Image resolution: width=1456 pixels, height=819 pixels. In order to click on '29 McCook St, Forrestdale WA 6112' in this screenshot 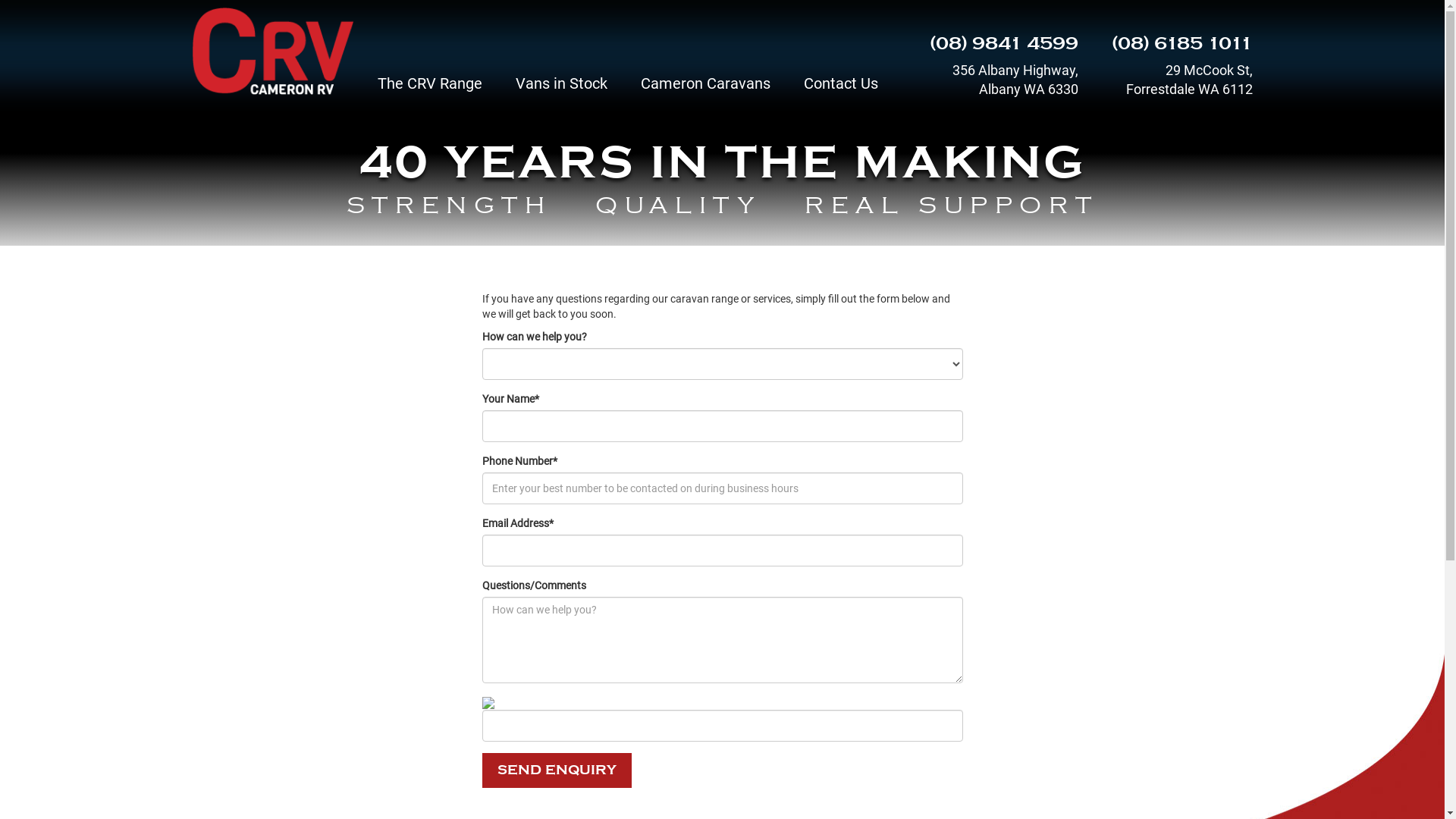, I will do `click(1175, 79)`.